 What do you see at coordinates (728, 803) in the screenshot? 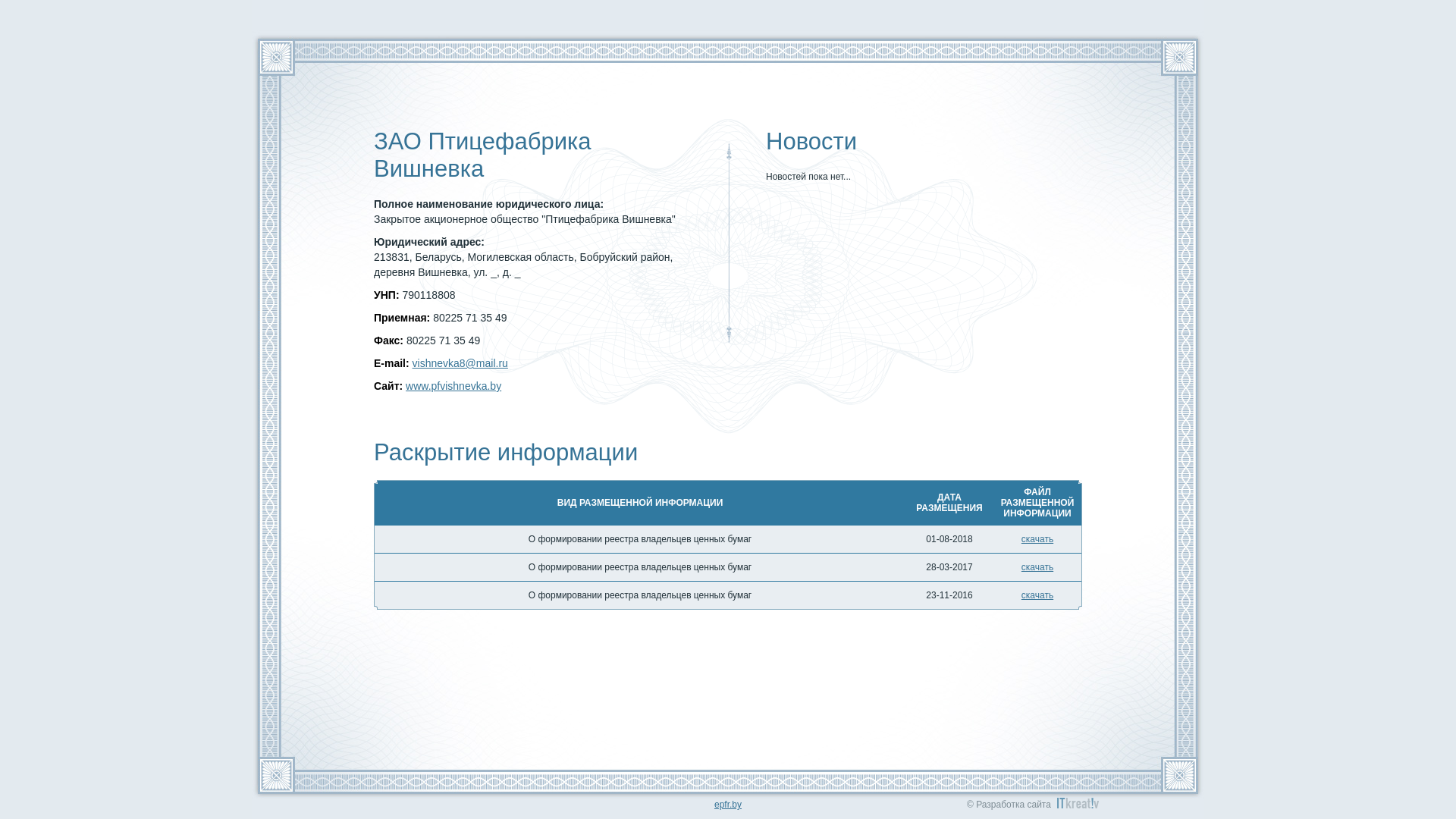
I see `'epfr.by'` at bounding box center [728, 803].